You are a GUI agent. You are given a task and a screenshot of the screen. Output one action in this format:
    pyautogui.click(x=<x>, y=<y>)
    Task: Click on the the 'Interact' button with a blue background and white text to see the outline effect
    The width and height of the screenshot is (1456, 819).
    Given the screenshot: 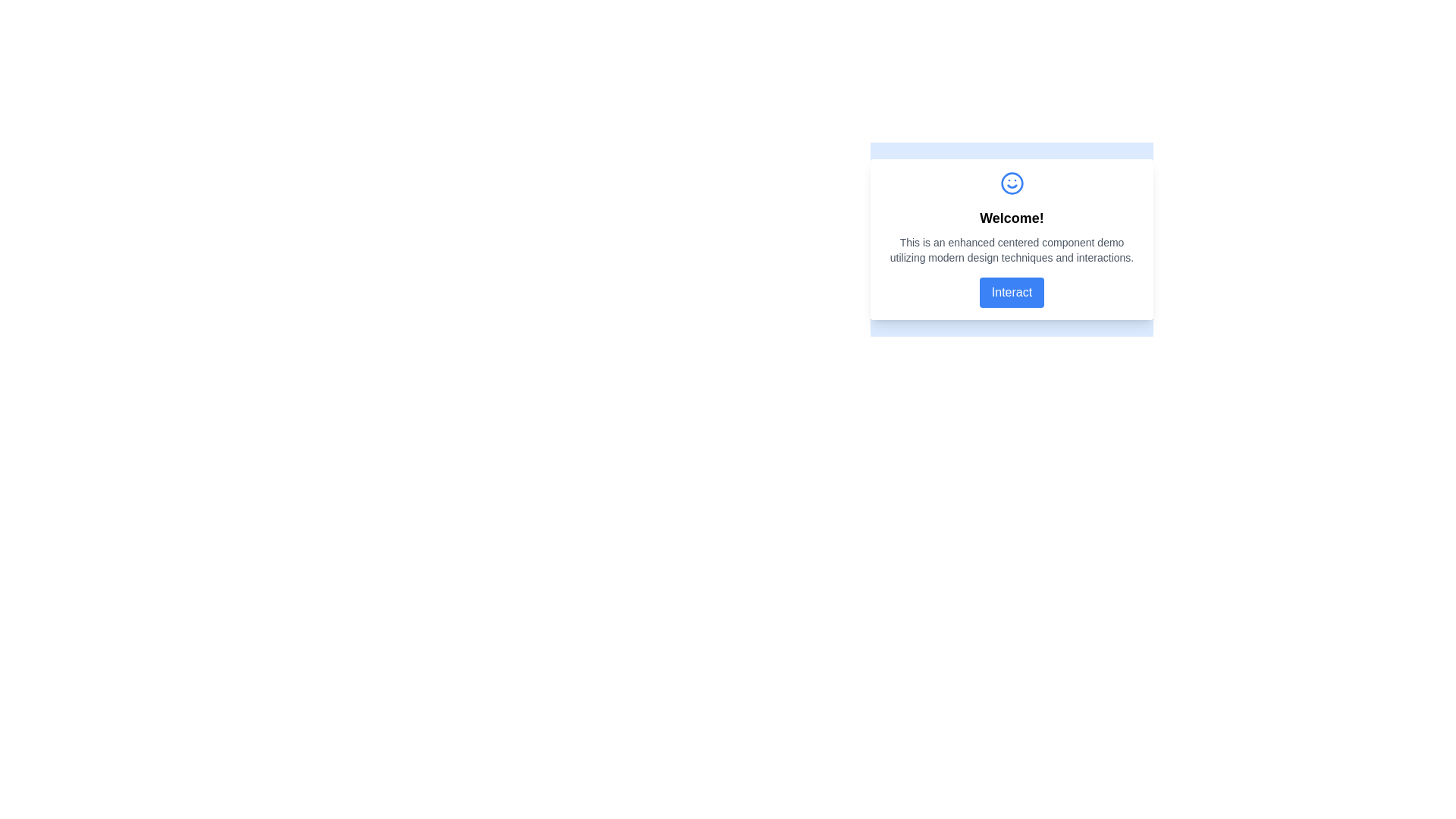 What is the action you would take?
    pyautogui.click(x=1012, y=292)
    